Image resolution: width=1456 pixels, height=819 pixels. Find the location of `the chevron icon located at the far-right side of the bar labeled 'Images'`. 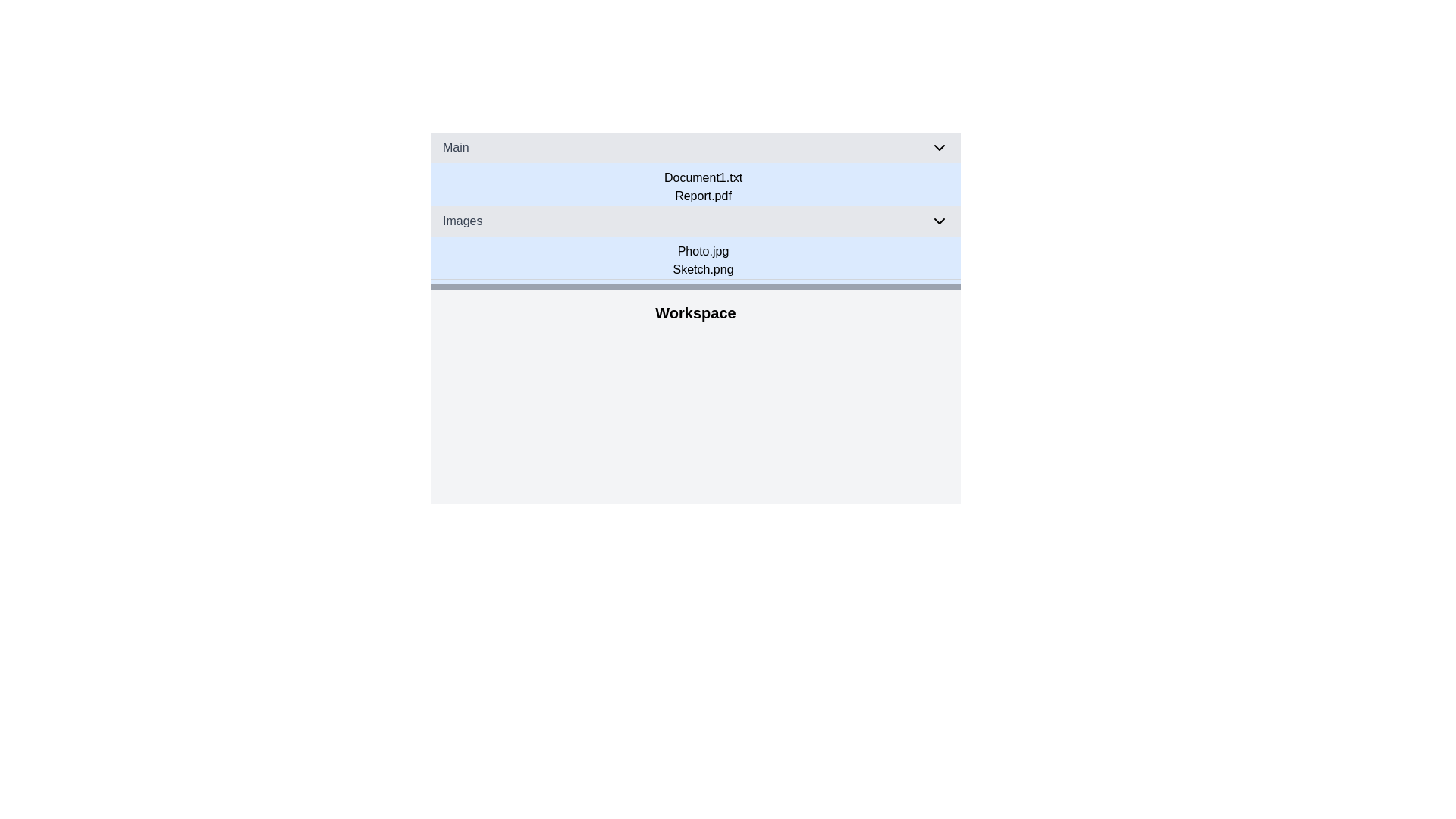

the chevron icon located at the far-right side of the bar labeled 'Images' is located at coordinates (938, 221).